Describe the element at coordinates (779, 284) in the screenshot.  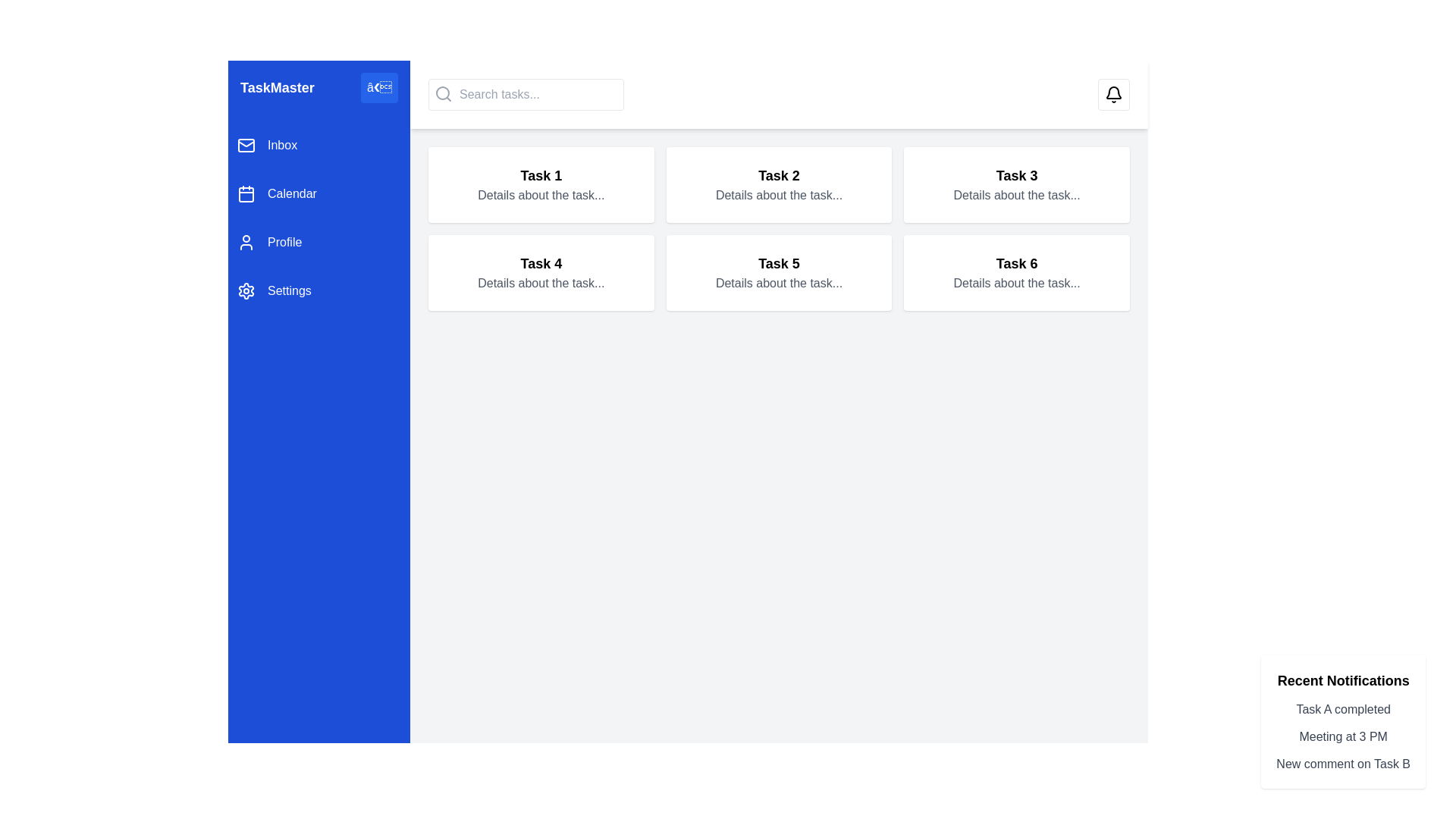
I see `the Text label providing details about 'Task 5', located below the 'Task 5' label in the second row, second column of the task card grid` at that location.